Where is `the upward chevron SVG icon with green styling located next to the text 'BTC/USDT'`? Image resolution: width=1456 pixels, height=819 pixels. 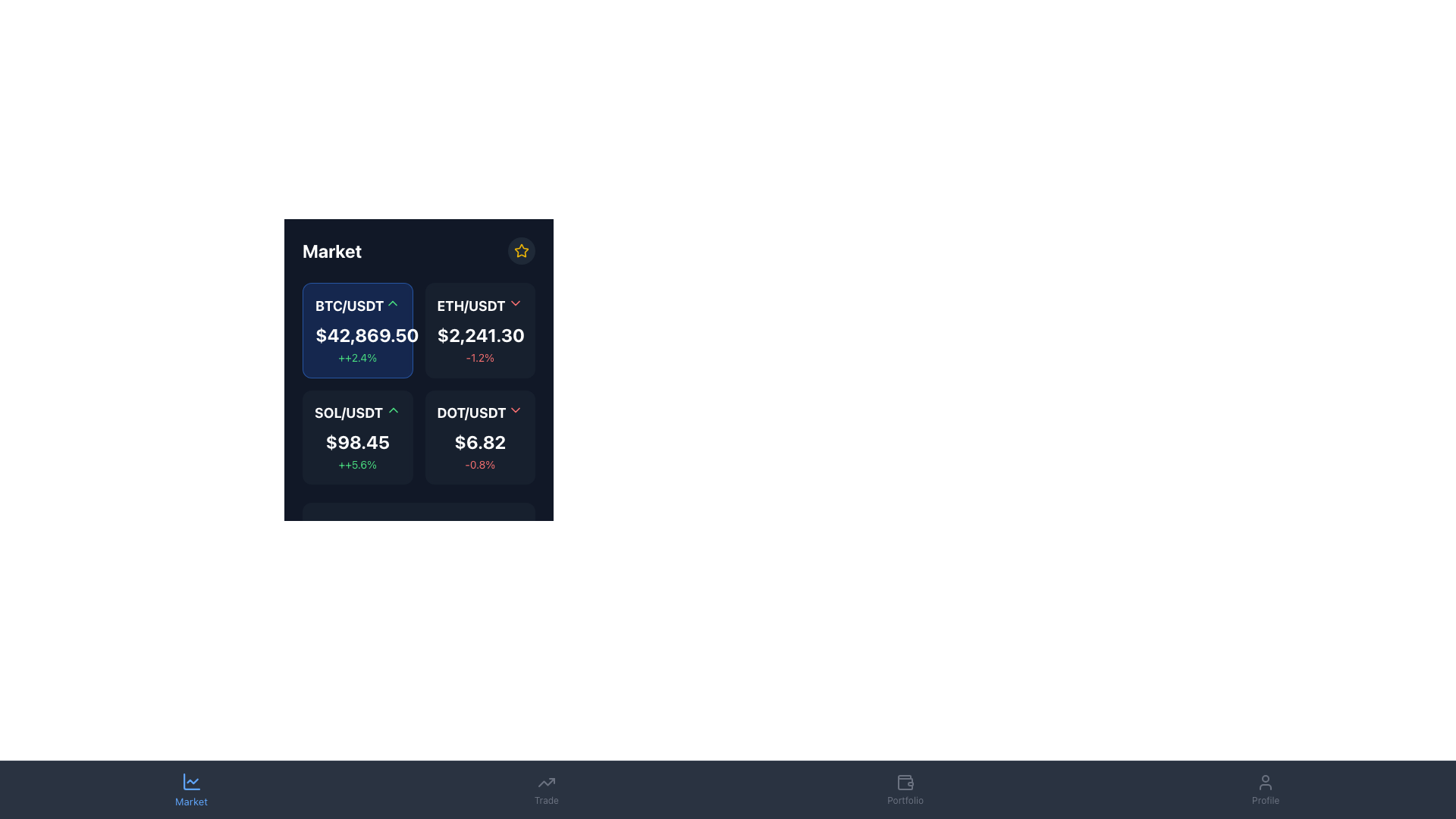
the upward chevron SVG icon with green styling located next to the text 'BTC/USDT' is located at coordinates (392, 303).